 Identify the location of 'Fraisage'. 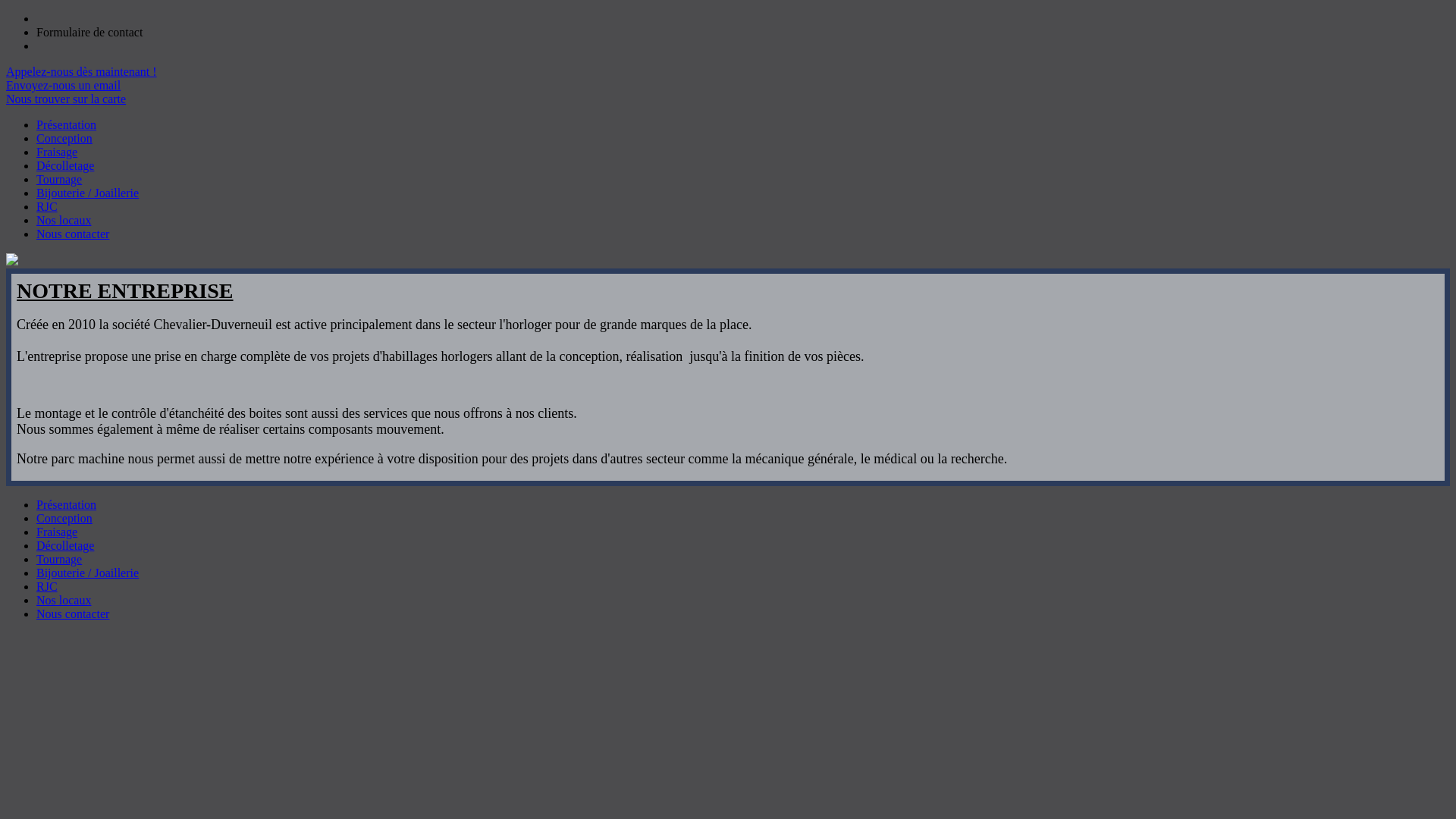
(36, 531).